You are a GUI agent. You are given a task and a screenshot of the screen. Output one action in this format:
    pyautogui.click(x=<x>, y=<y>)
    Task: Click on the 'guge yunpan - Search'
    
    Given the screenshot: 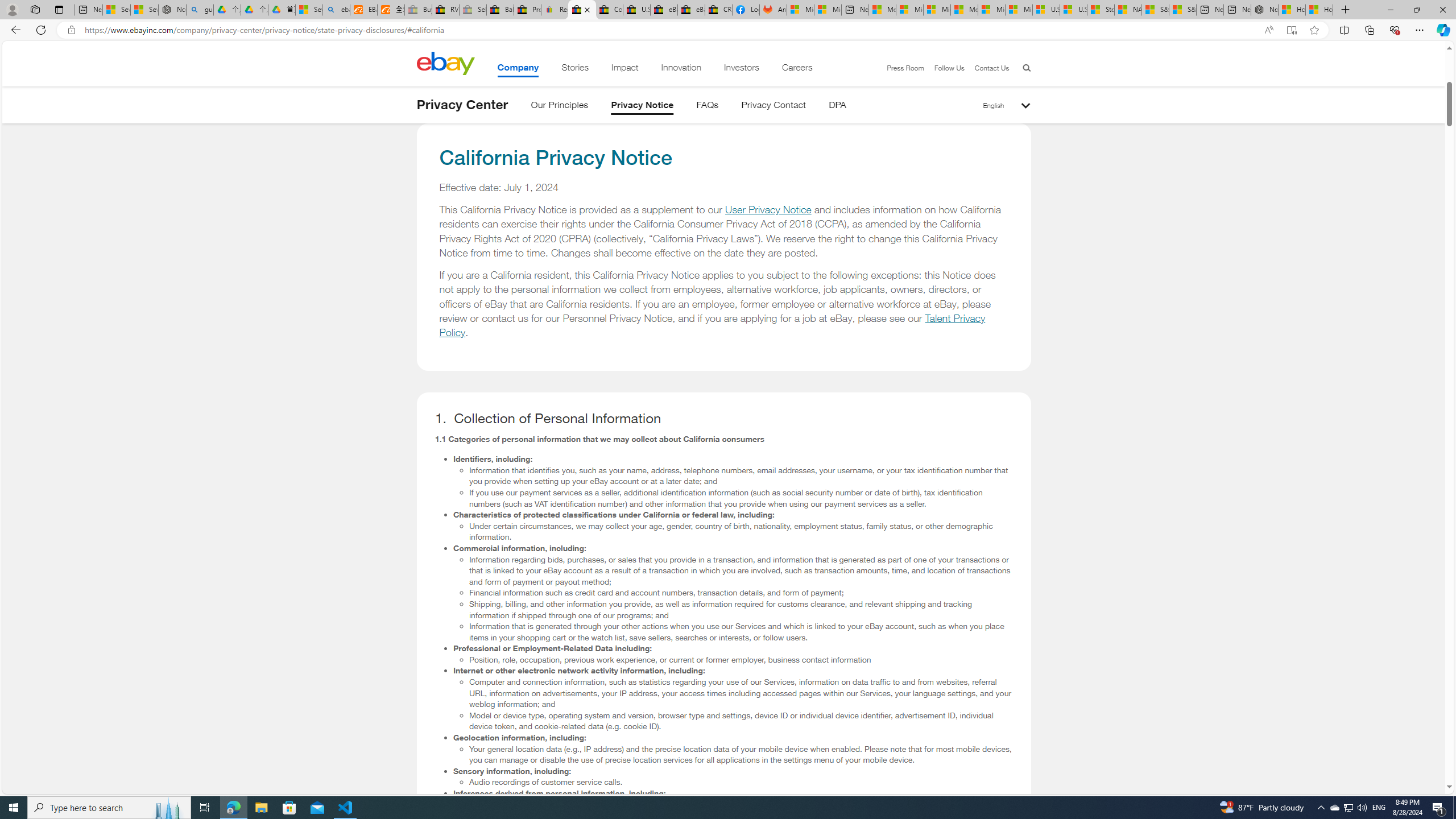 What is the action you would take?
    pyautogui.click(x=200, y=9)
    